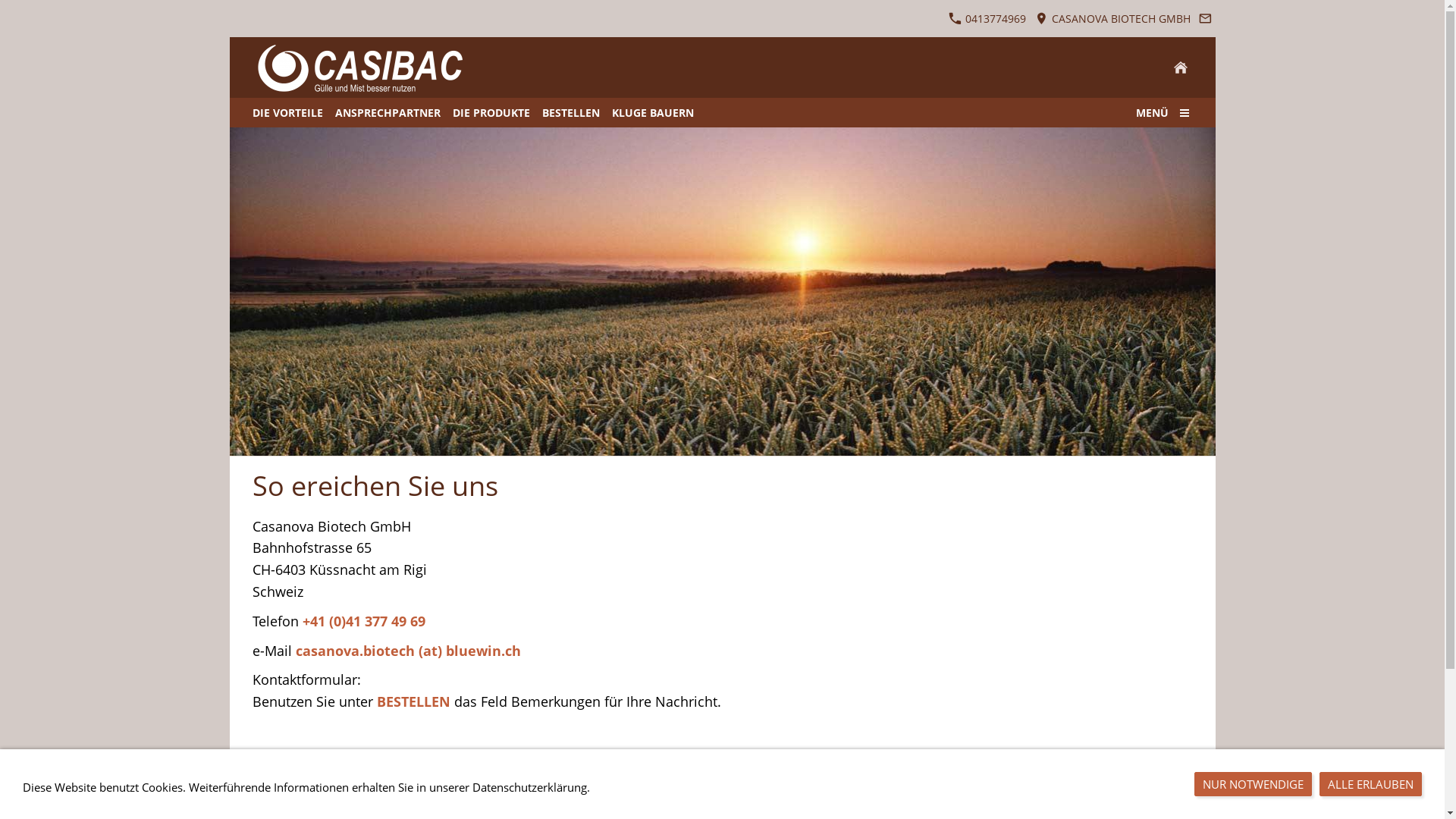  What do you see at coordinates (1193, 783) in the screenshot?
I see `'NUR NOTWENDIGE'` at bounding box center [1193, 783].